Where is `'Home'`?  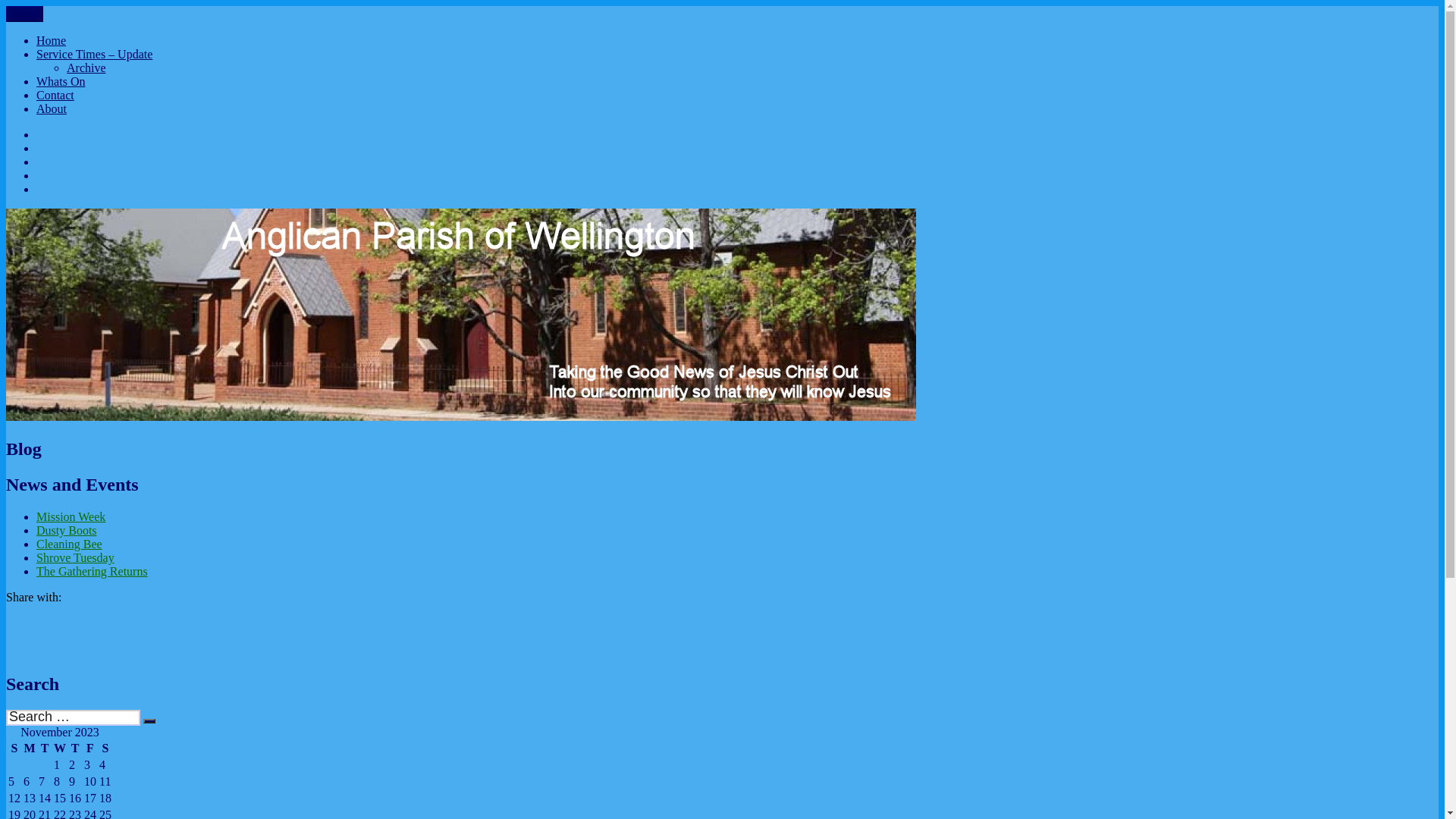
'Home' is located at coordinates (51, 39).